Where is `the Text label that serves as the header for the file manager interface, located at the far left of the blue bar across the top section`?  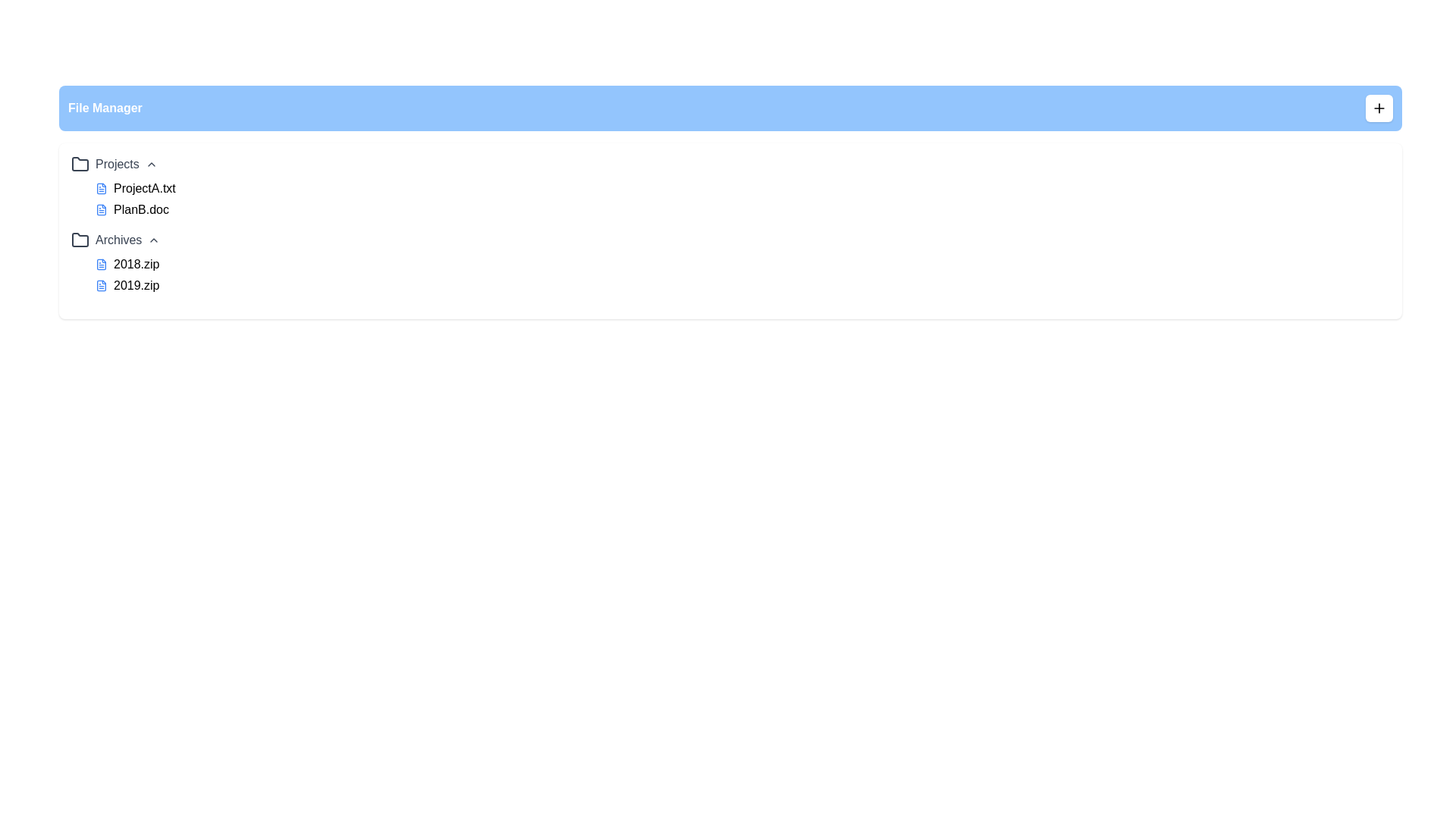 the Text label that serves as the header for the file manager interface, located at the far left of the blue bar across the top section is located at coordinates (104, 107).